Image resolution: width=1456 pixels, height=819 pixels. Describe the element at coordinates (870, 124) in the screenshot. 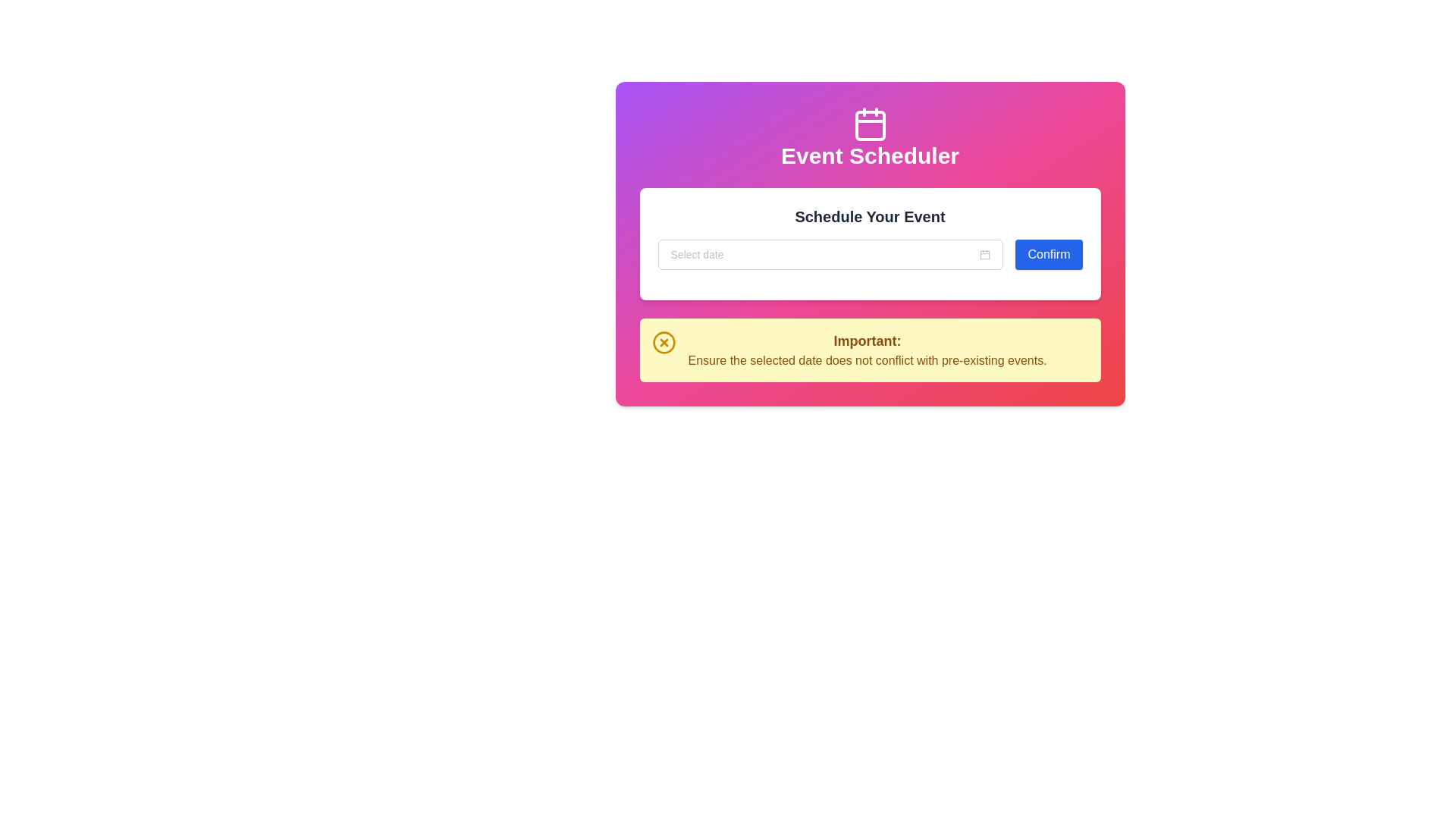

I see `the calendar icon with a white outline on a pink background, located at the top-center of the interface above the 'Event Scheduler' text label` at that location.